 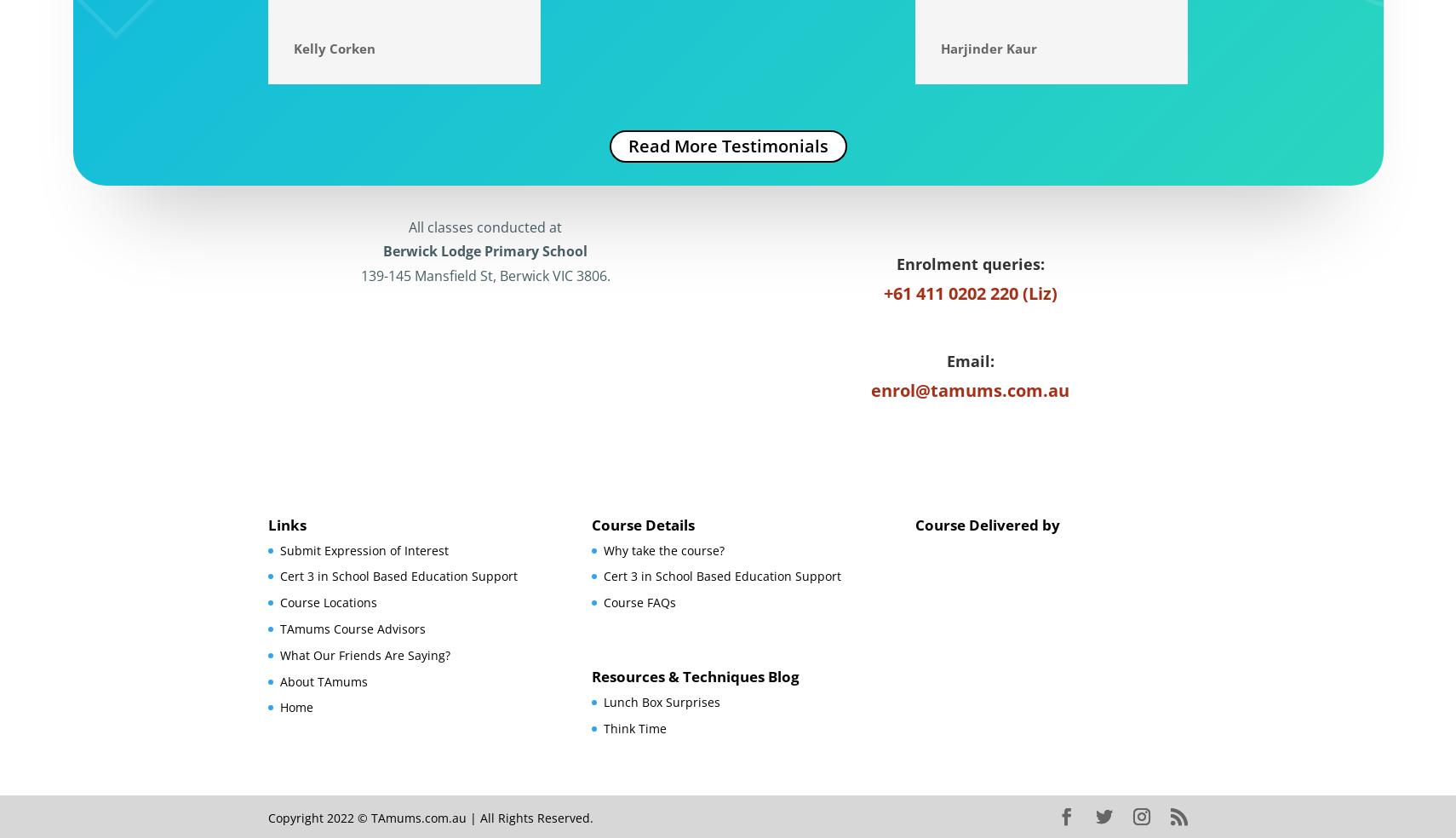 I want to click on 'Read More Testimonials', so click(x=628, y=145).